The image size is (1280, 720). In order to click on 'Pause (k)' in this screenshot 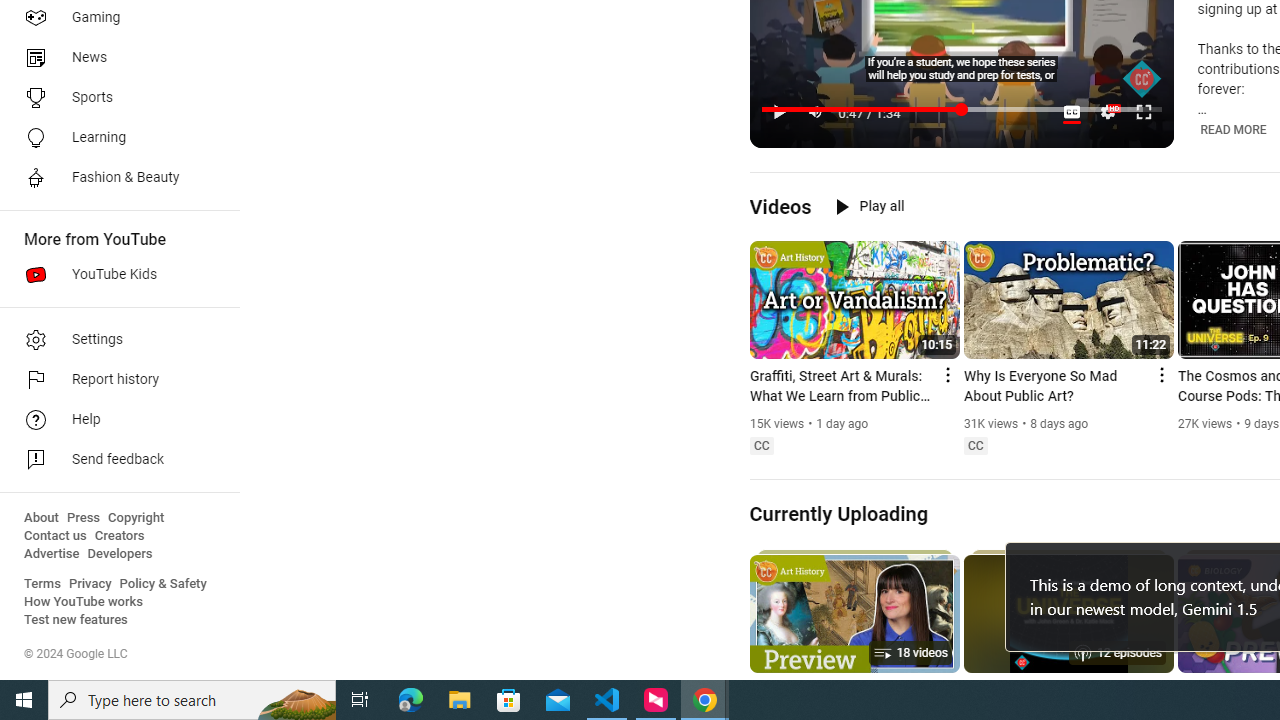, I will do `click(778, 112)`.